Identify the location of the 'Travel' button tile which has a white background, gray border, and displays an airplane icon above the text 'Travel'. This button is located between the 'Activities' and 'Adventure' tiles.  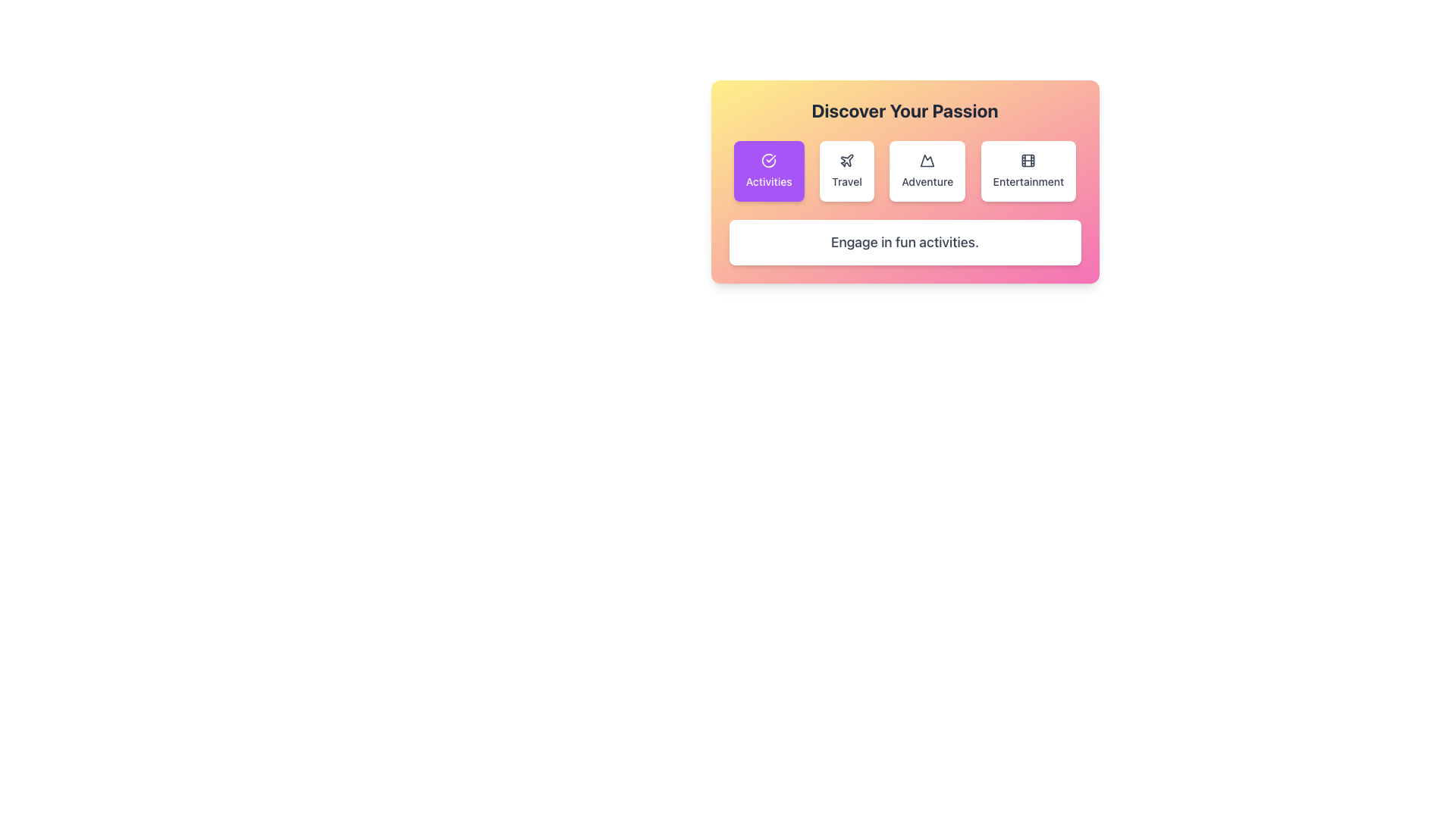
(846, 171).